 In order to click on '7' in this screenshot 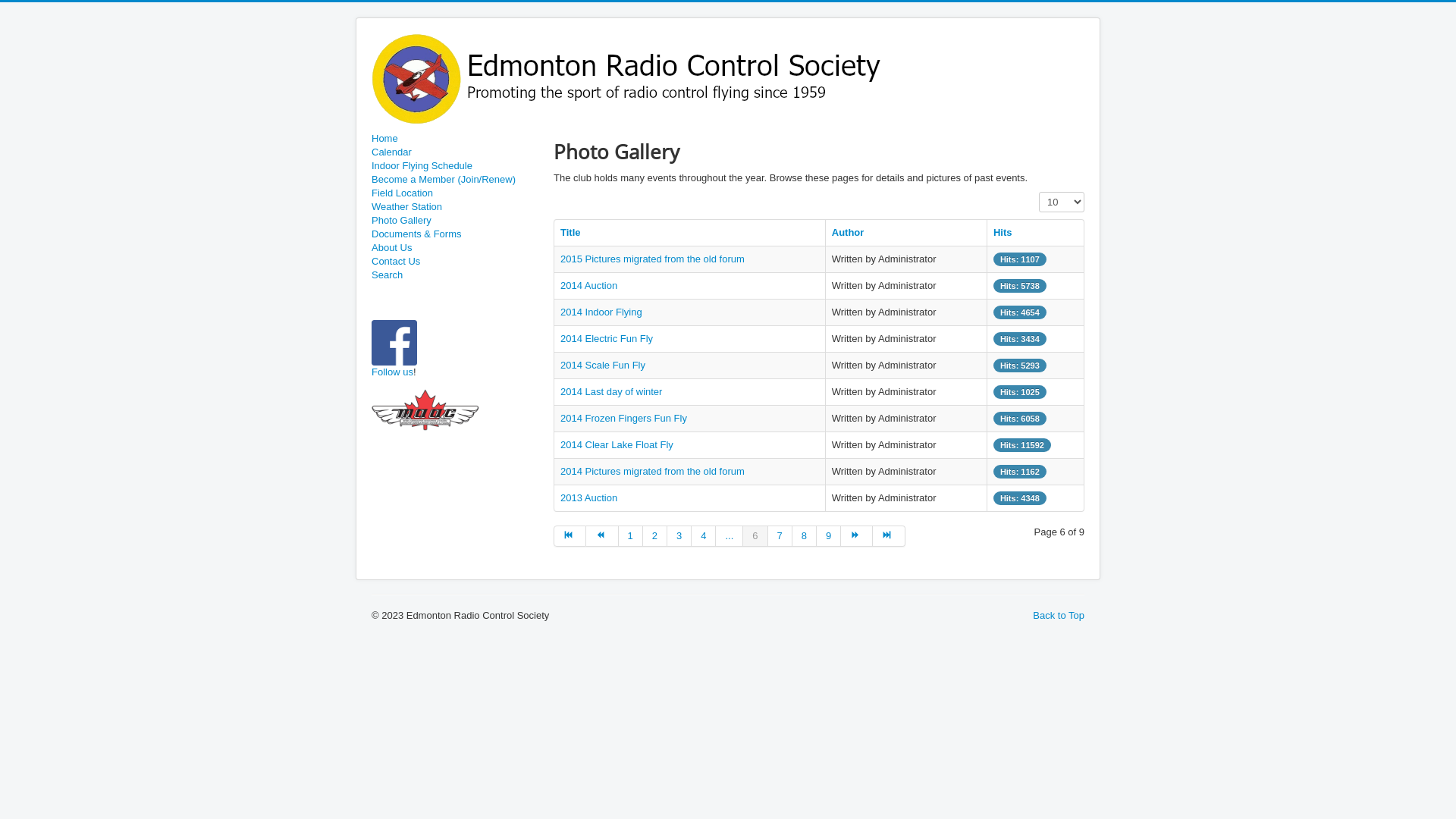, I will do `click(780, 535)`.